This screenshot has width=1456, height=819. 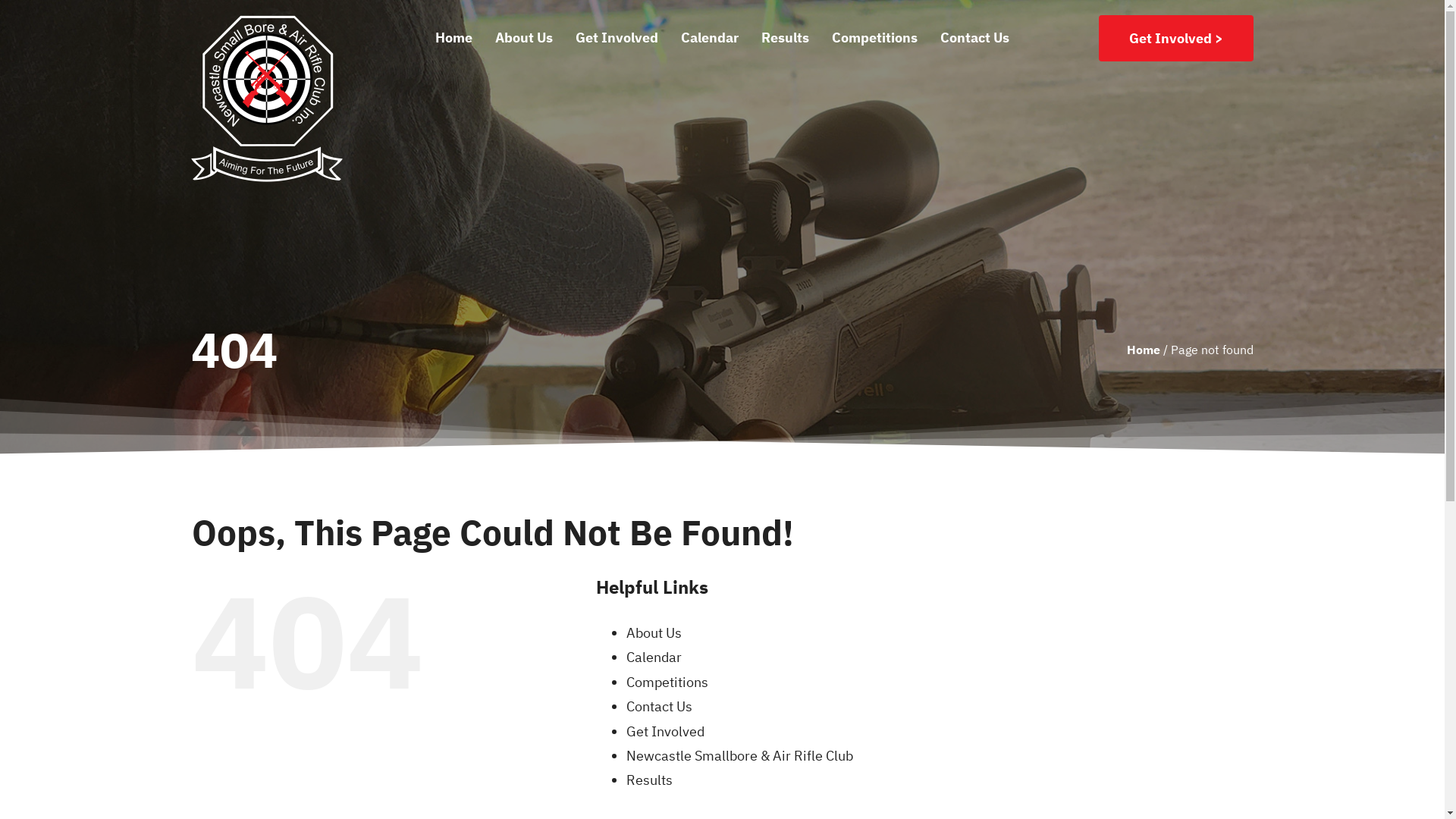 What do you see at coordinates (453, 37) in the screenshot?
I see `'Home'` at bounding box center [453, 37].